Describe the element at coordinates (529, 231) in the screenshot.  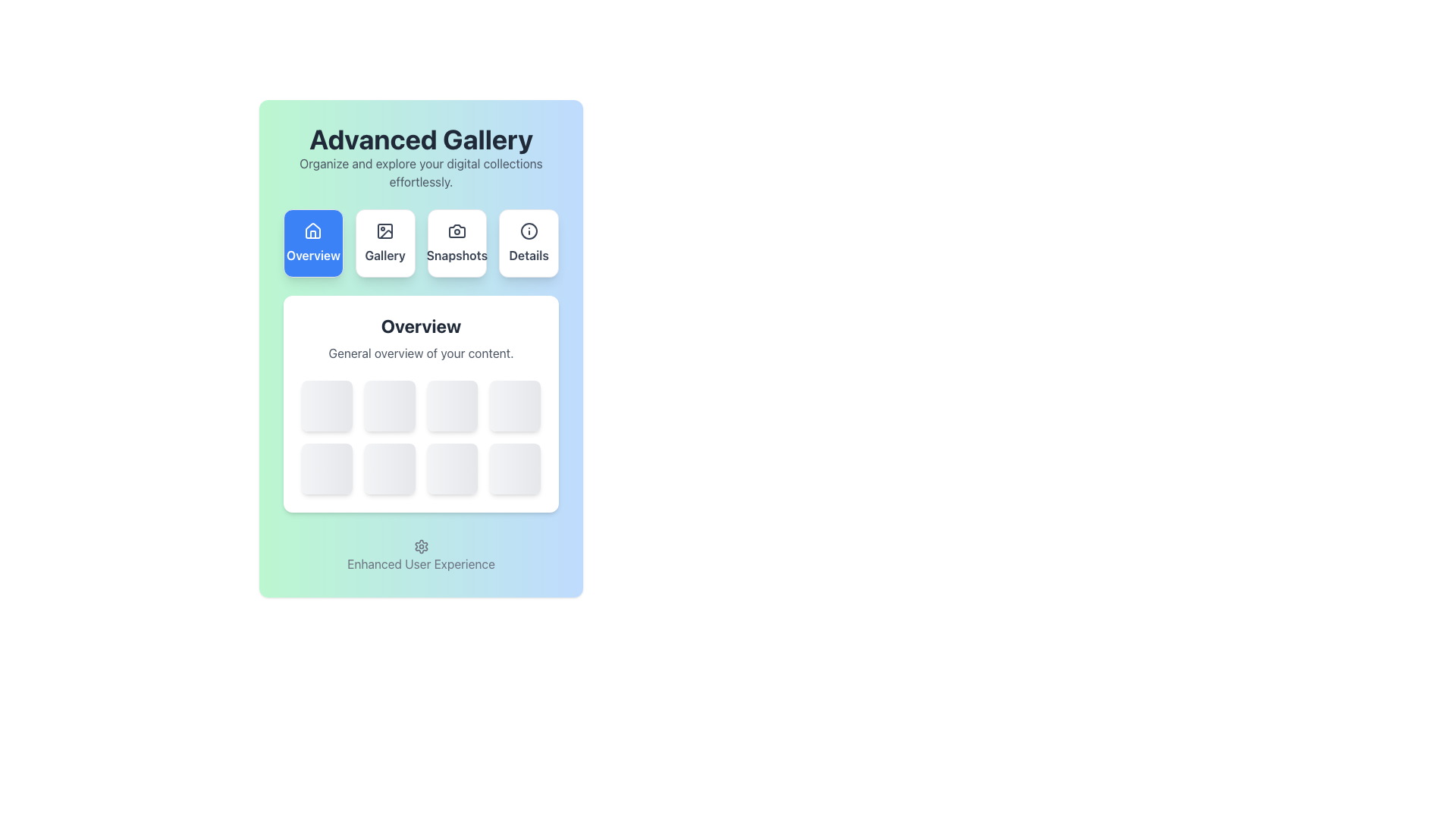
I see `the SVG graphical icon representing the 'Details' button, which is located in the top-right corner of the group of buttons, immediately above the text 'Details'` at that location.